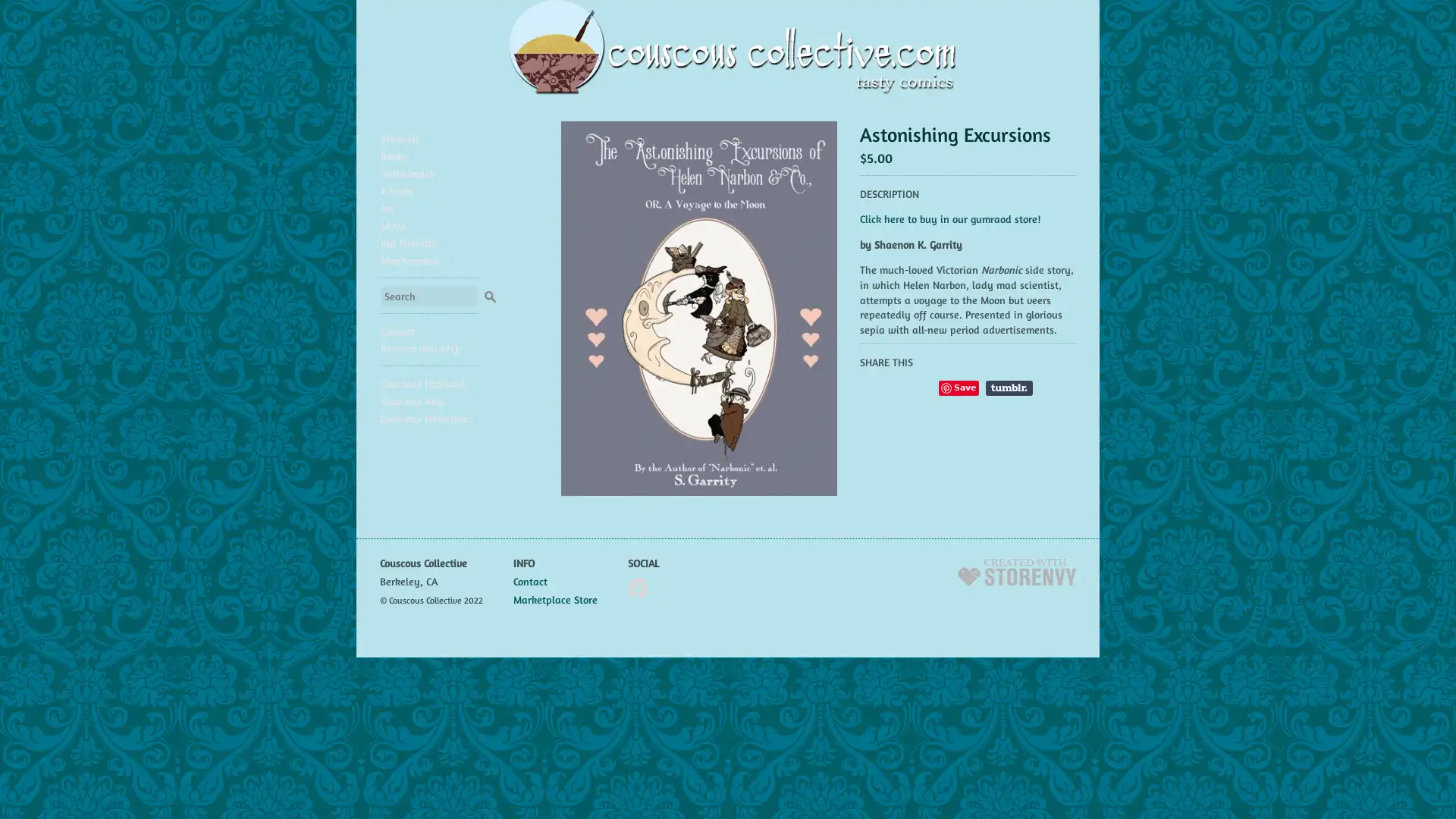  I want to click on Search, so click(489, 294).